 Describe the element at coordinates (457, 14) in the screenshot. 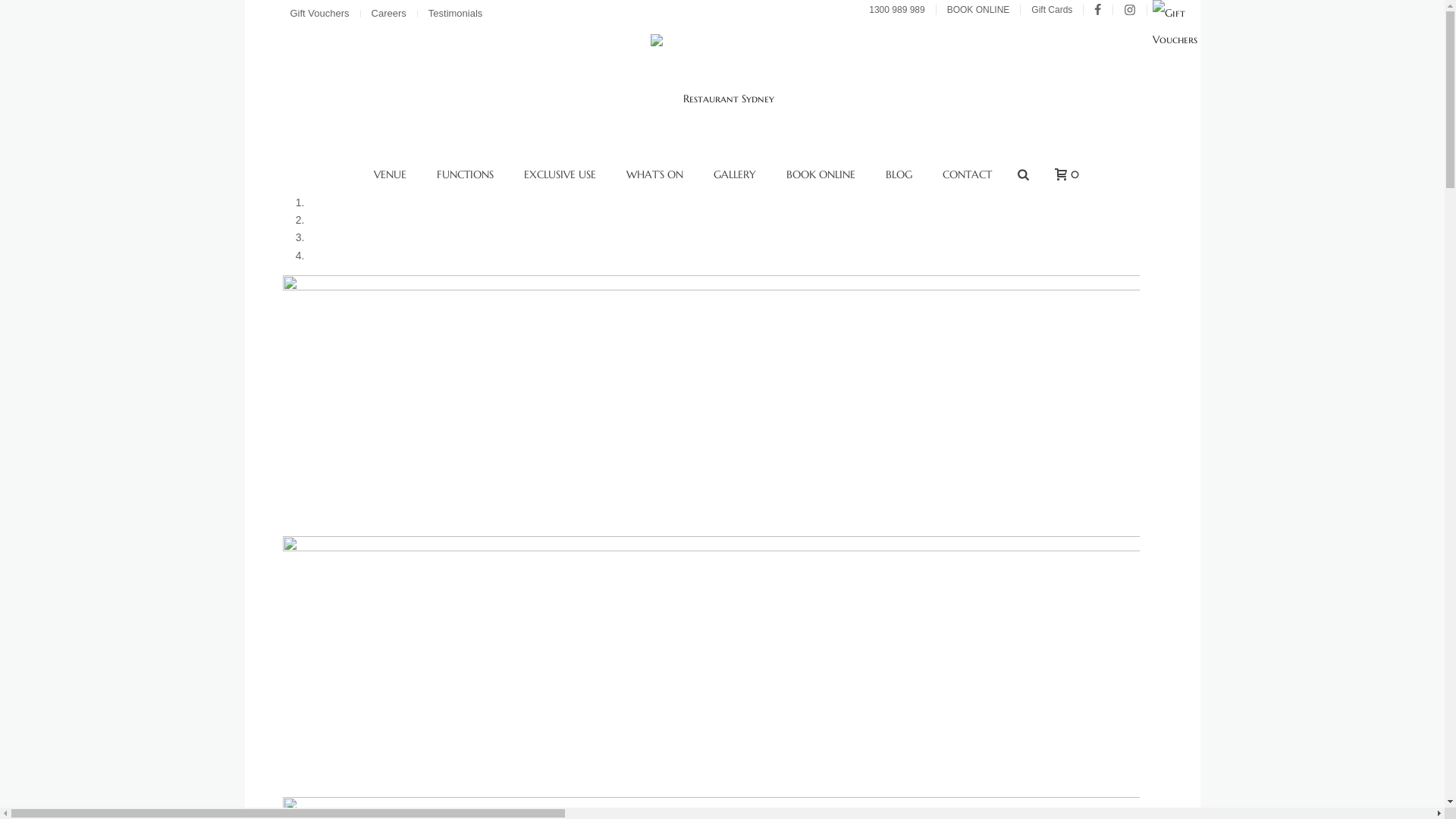

I see `'Testimonials'` at that location.